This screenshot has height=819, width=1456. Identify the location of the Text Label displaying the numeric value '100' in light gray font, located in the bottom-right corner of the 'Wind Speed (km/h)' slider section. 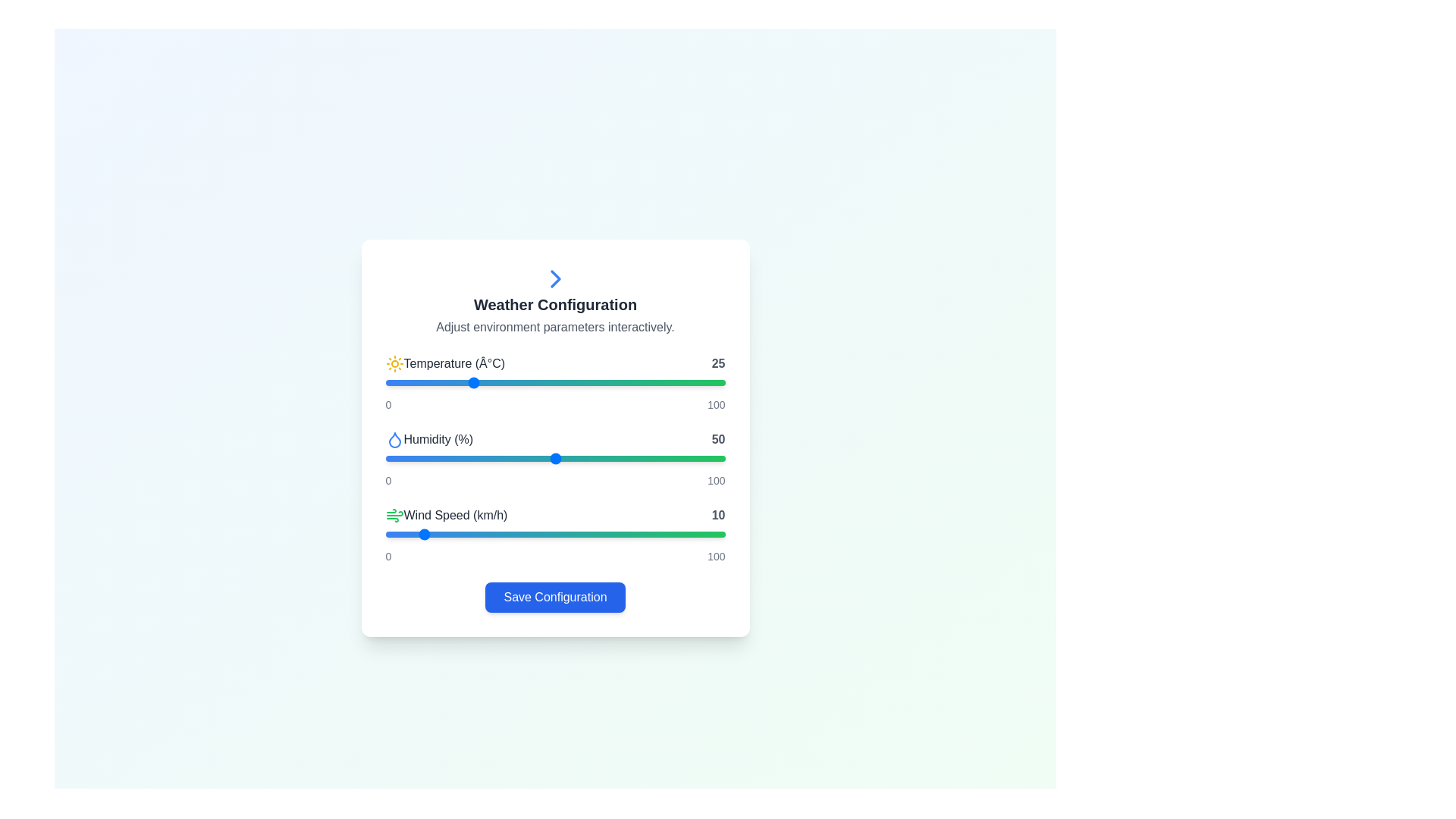
(715, 556).